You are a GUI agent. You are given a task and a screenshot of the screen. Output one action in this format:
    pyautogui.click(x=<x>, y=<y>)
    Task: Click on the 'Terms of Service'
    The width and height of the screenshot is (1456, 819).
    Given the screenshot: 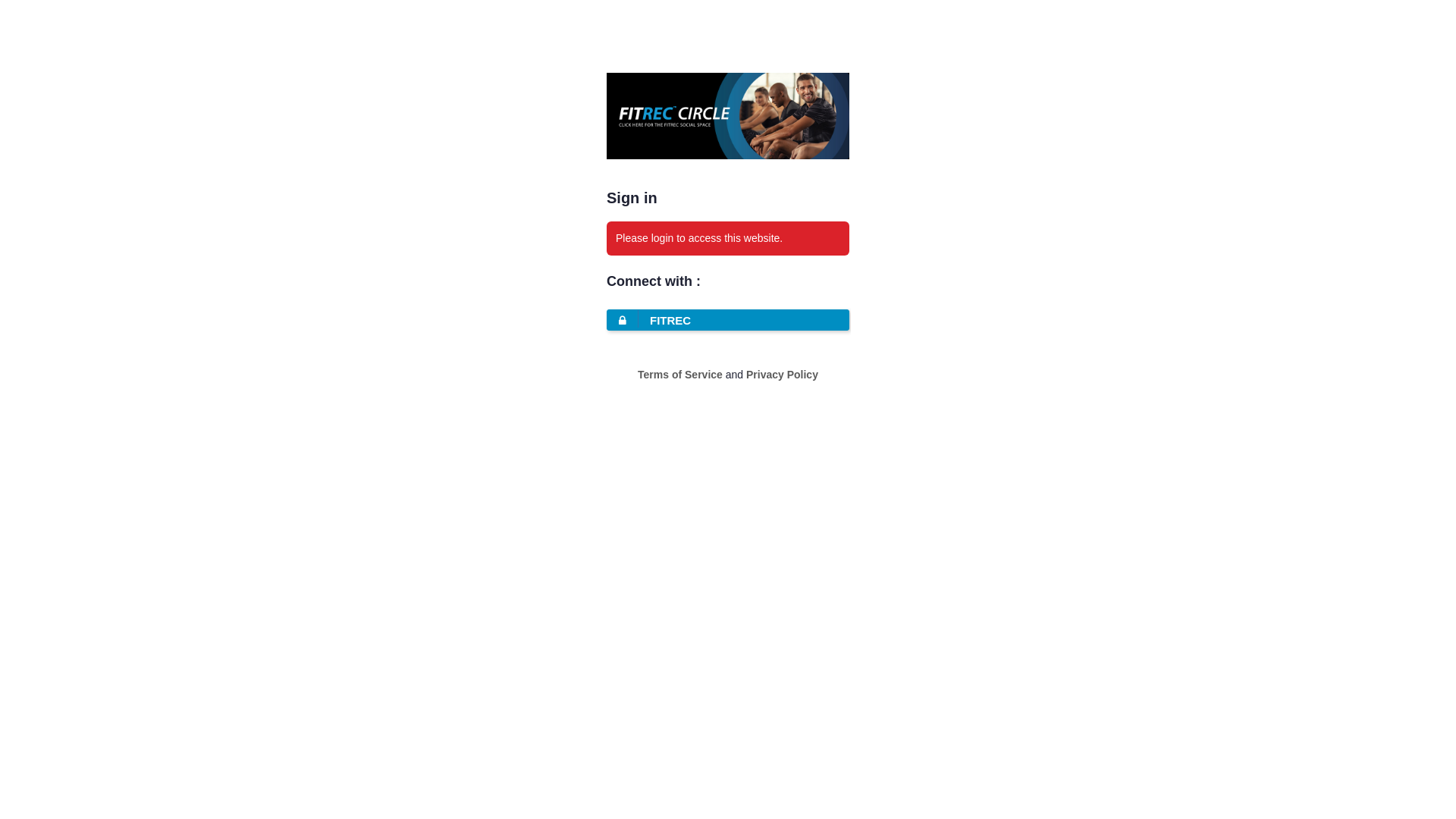 What is the action you would take?
    pyautogui.click(x=637, y=374)
    